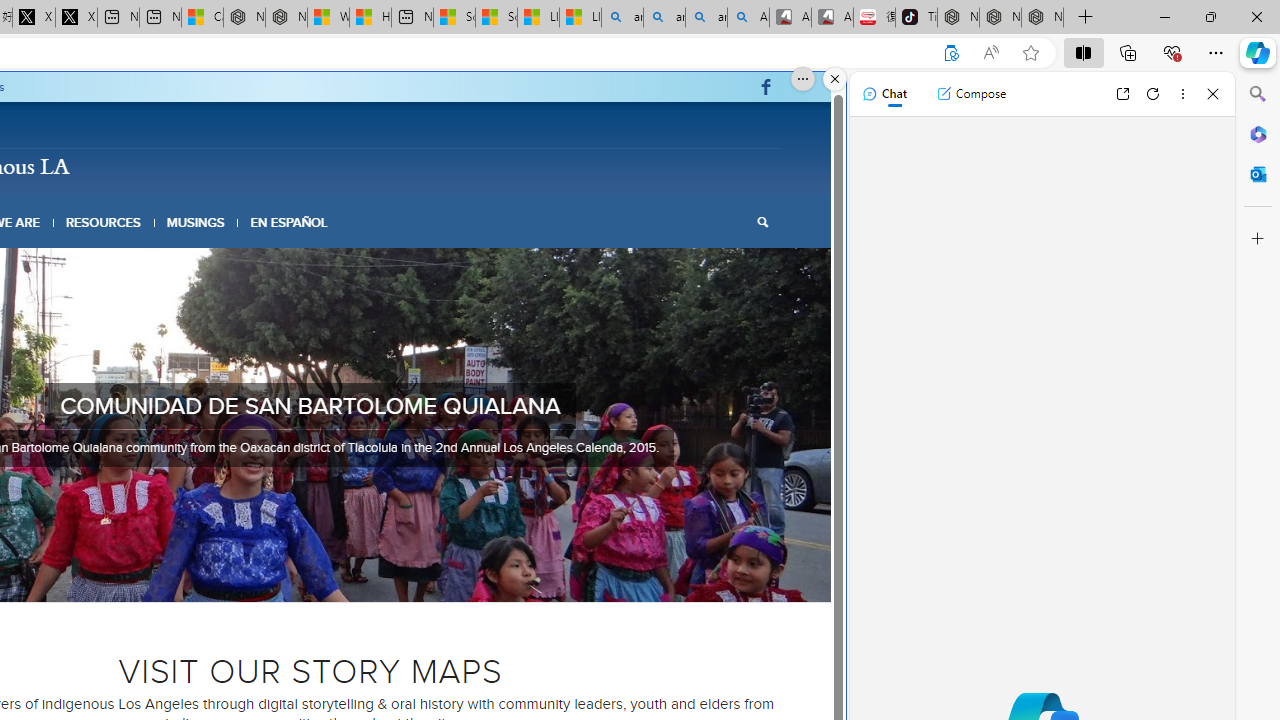  Describe the element at coordinates (706, 17) in the screenshot. I see `'amazon - Search Images'` at that location.